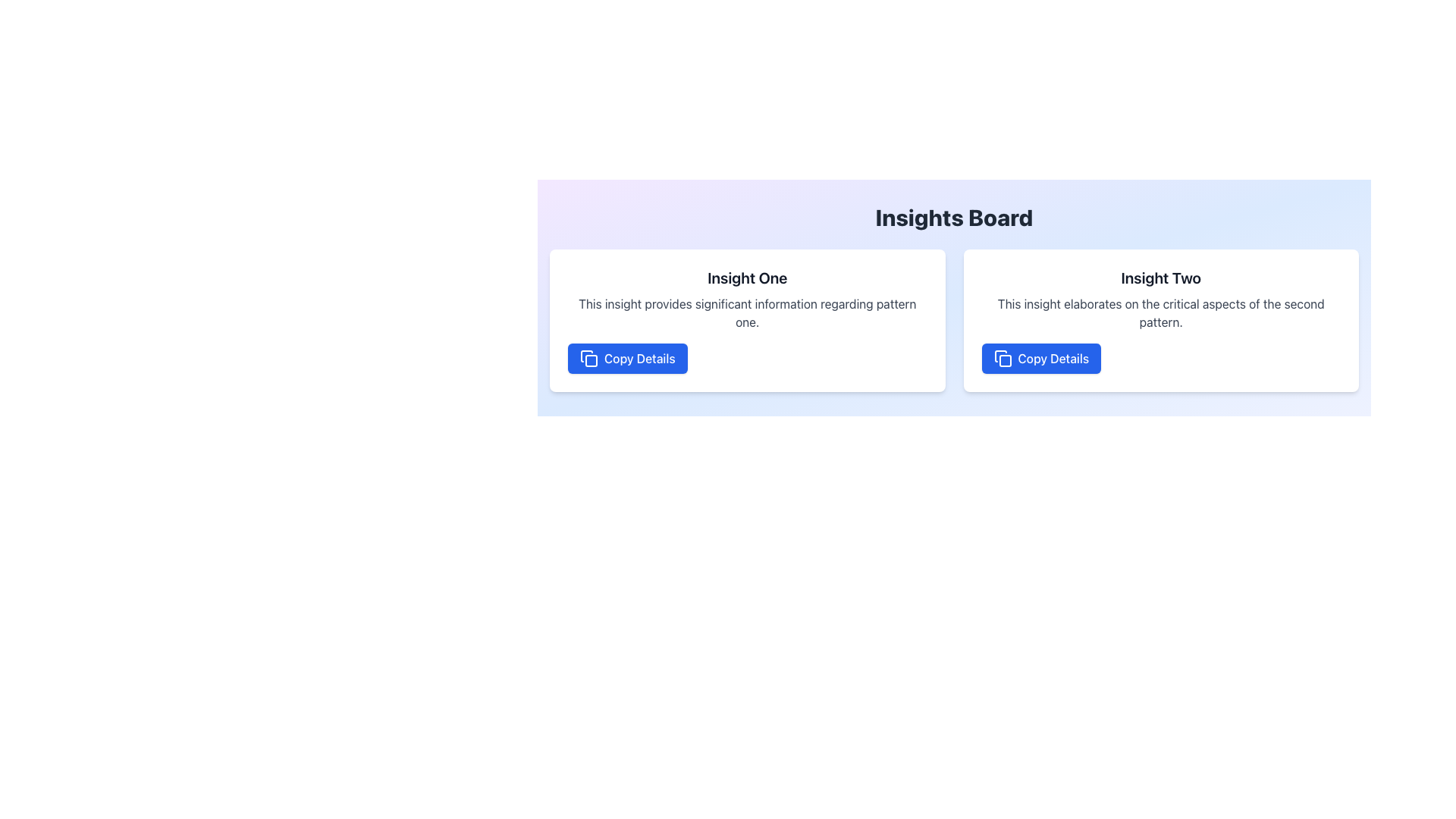 This screenshot has width=1456, height=819. I want to click on the 'Copy Details' button, which is a text label with a document icon, located below the descriptive text in the 'Insight One' card, so click(627, 359).